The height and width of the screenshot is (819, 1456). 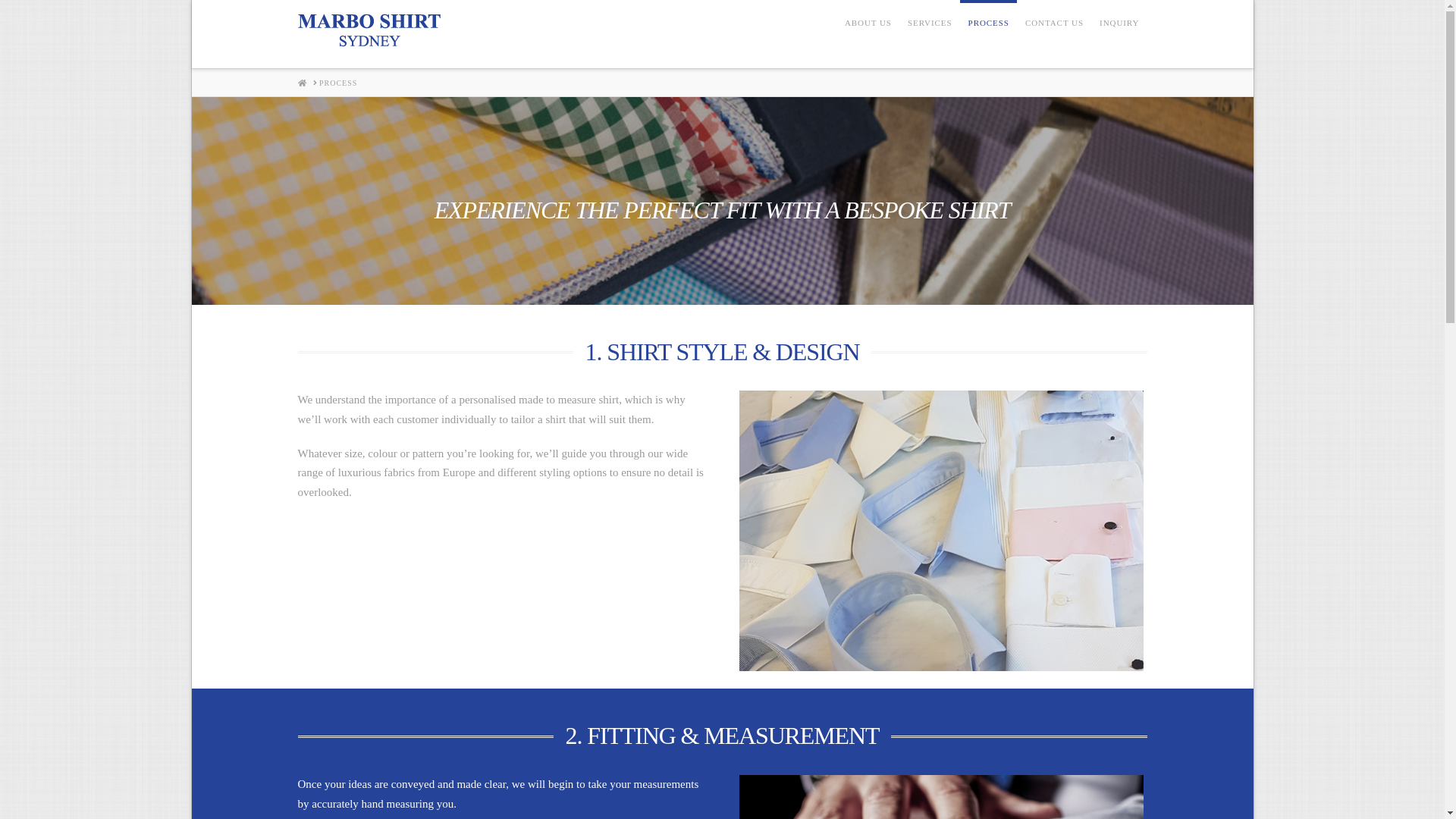 What do you see at coordinates (1053, 34) in the screenshot?
I see `'CONTACT US'` at bounding box center [1053, 34].